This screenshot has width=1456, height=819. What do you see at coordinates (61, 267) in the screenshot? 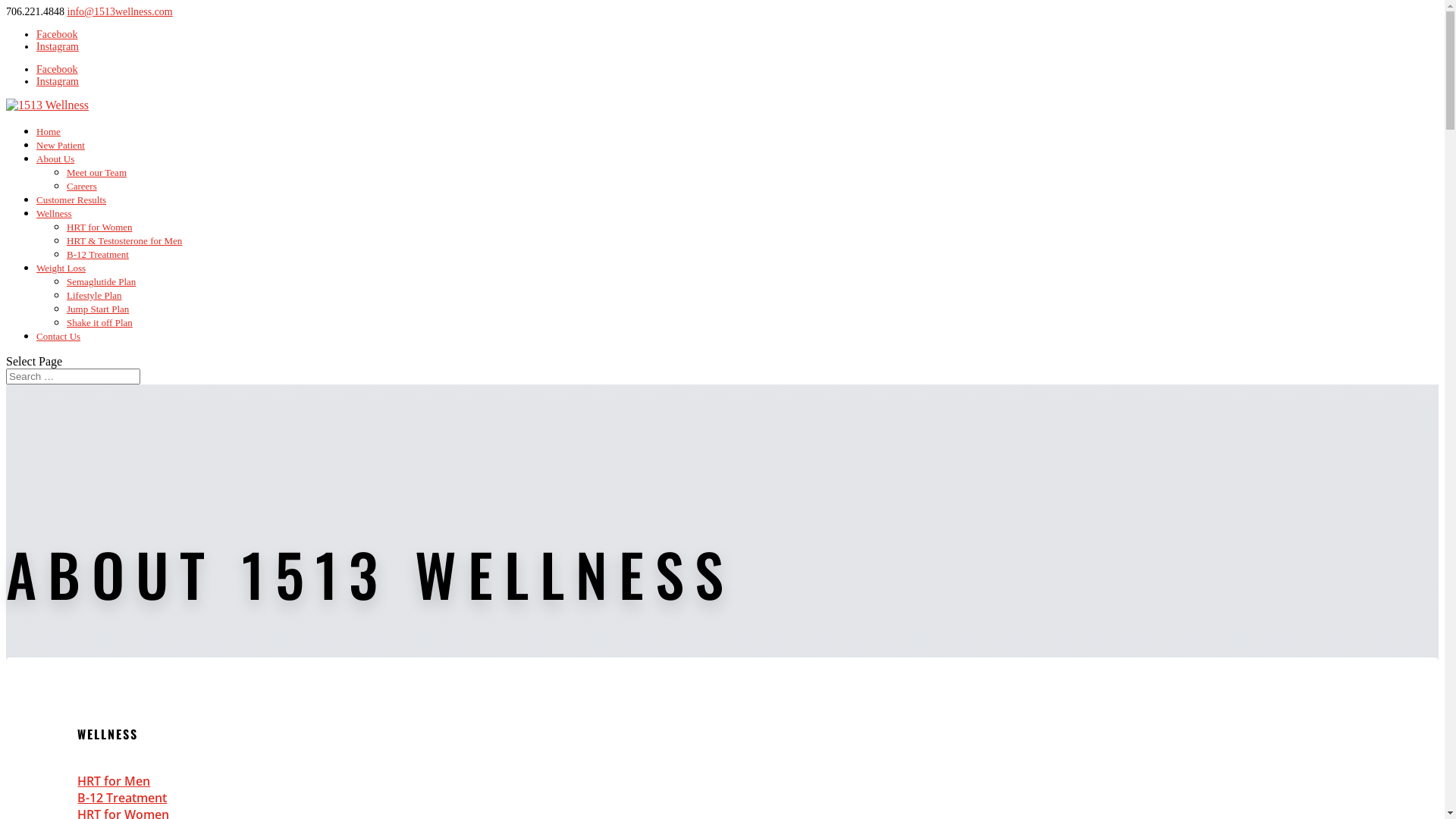
I see `'Weight Loss'` at bounding box center [61, 267].